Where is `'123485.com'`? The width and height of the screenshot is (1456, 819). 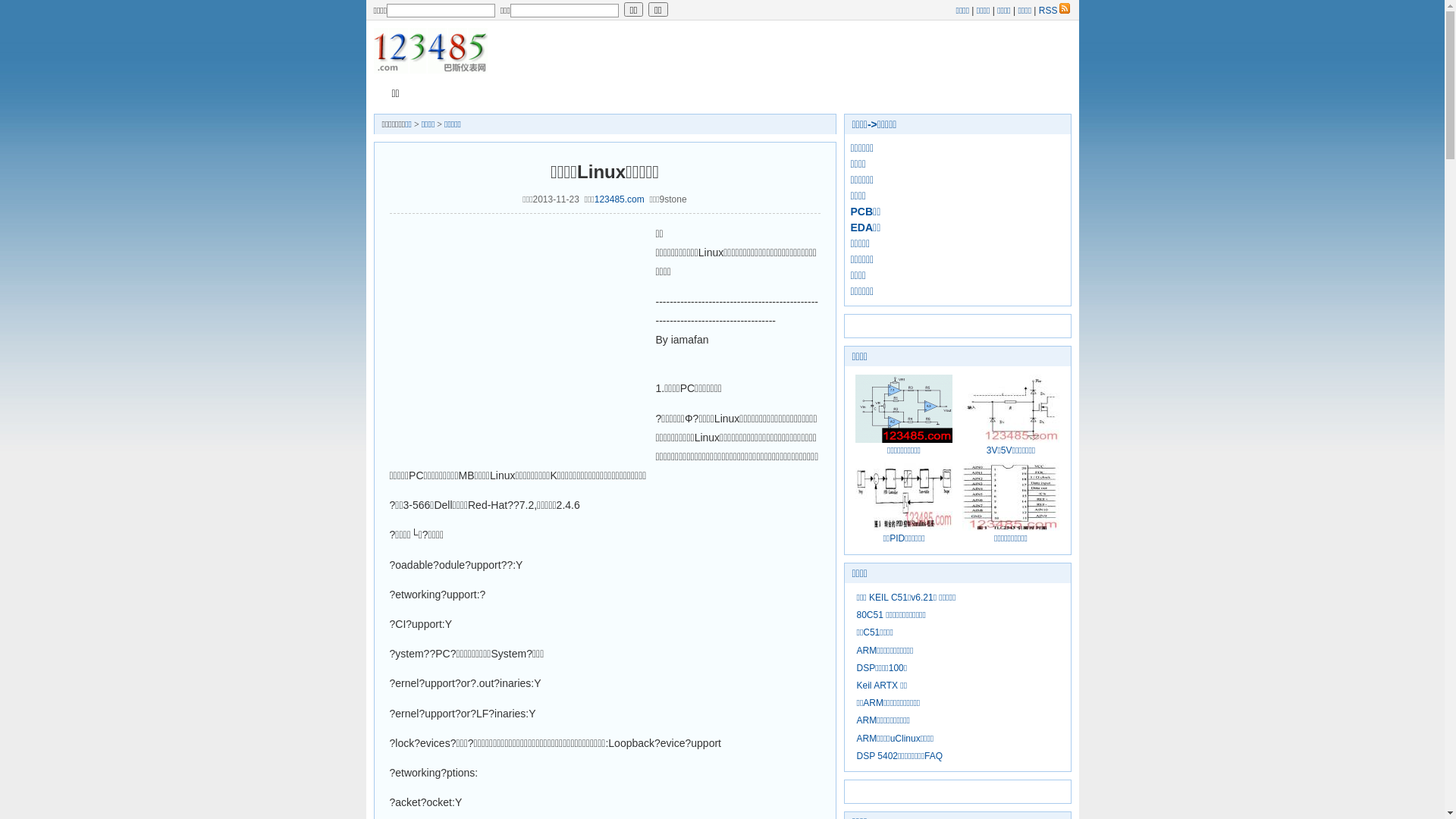 '123485.com' is located at coordinates (619, 198).